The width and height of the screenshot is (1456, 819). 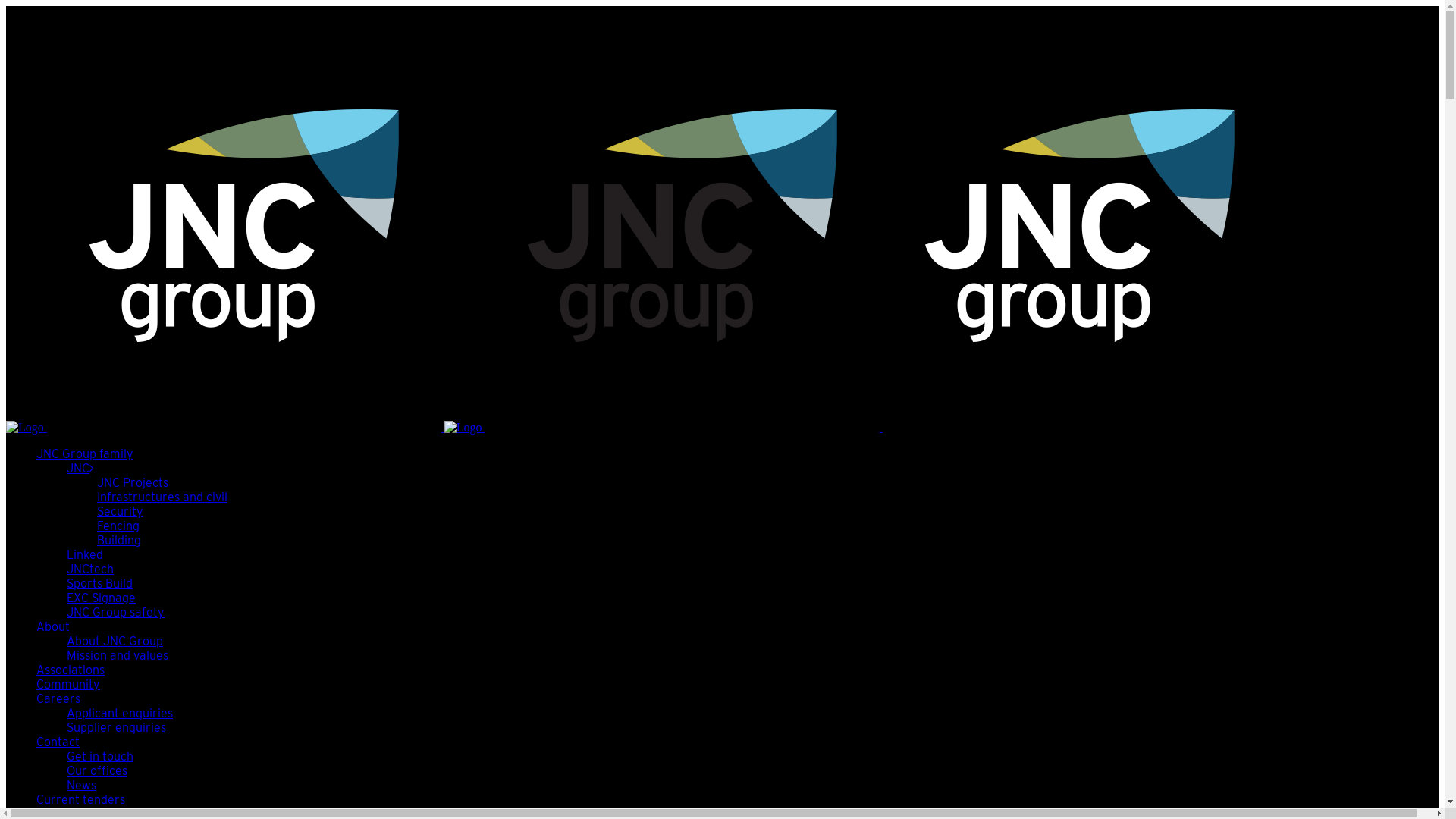 What do you see at coordinates (119, 713) in the screenshot?
I see `'Applicant enquiries'` at bounding box center [119, 713].